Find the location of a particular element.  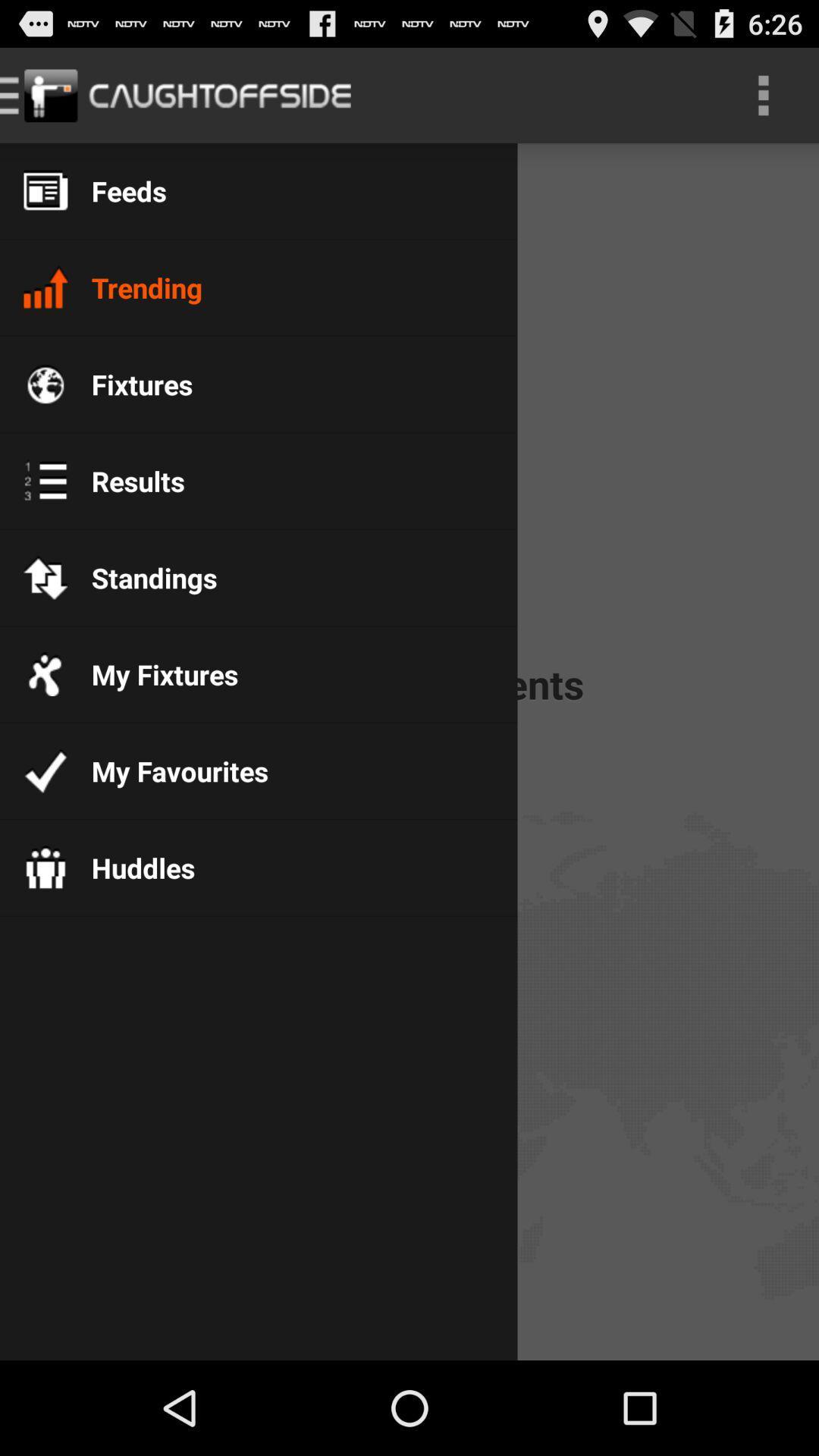

icon below no trending events item is located at coordinates (168, 771).